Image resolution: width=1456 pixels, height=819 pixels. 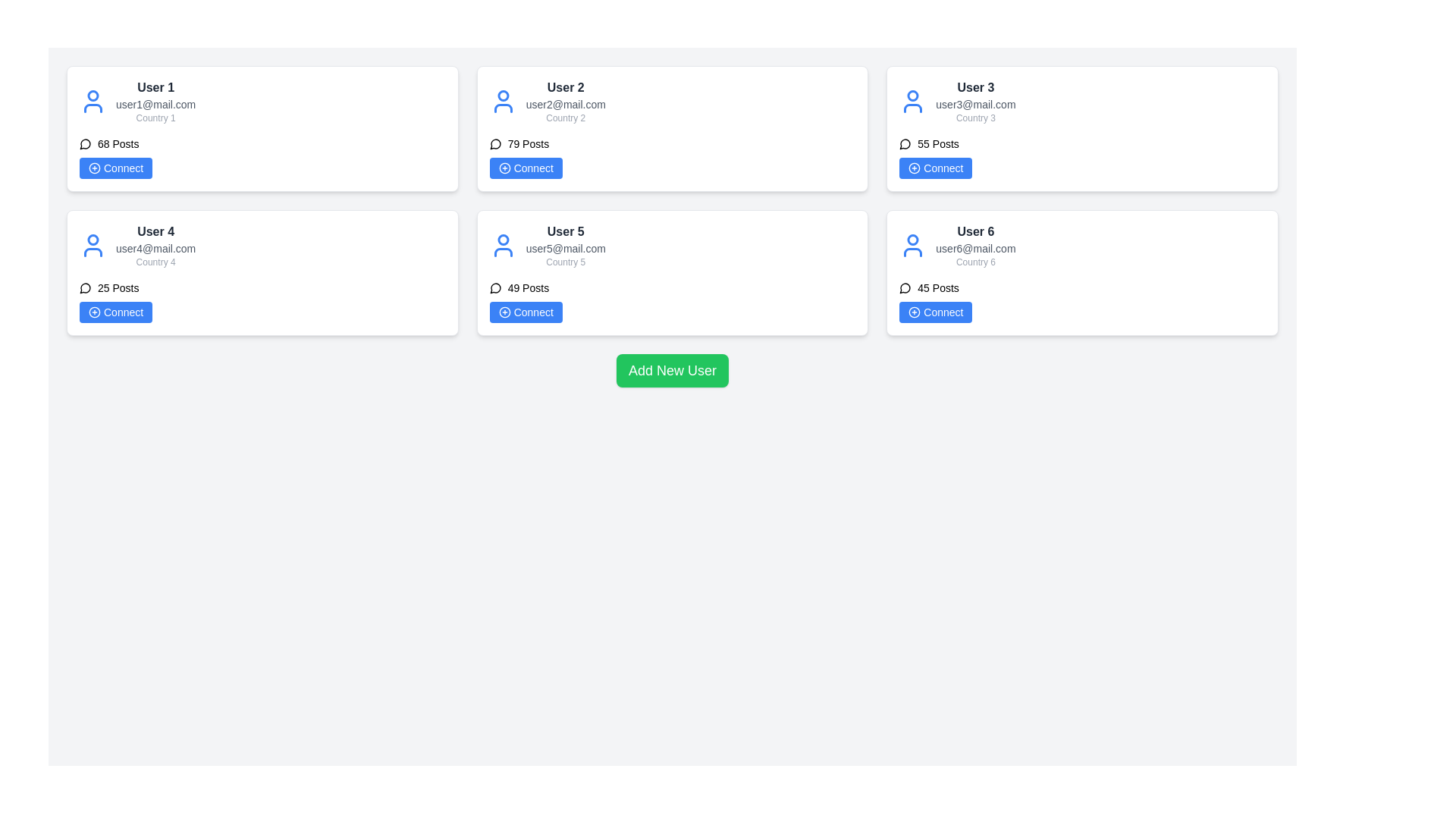 What do you see at coordinates (975, 102) in the screenshot?
I see `the static text display in the upper right card of the grid layout that shows user details such as name, email, and country of residence` at bounding box center [975, 102].